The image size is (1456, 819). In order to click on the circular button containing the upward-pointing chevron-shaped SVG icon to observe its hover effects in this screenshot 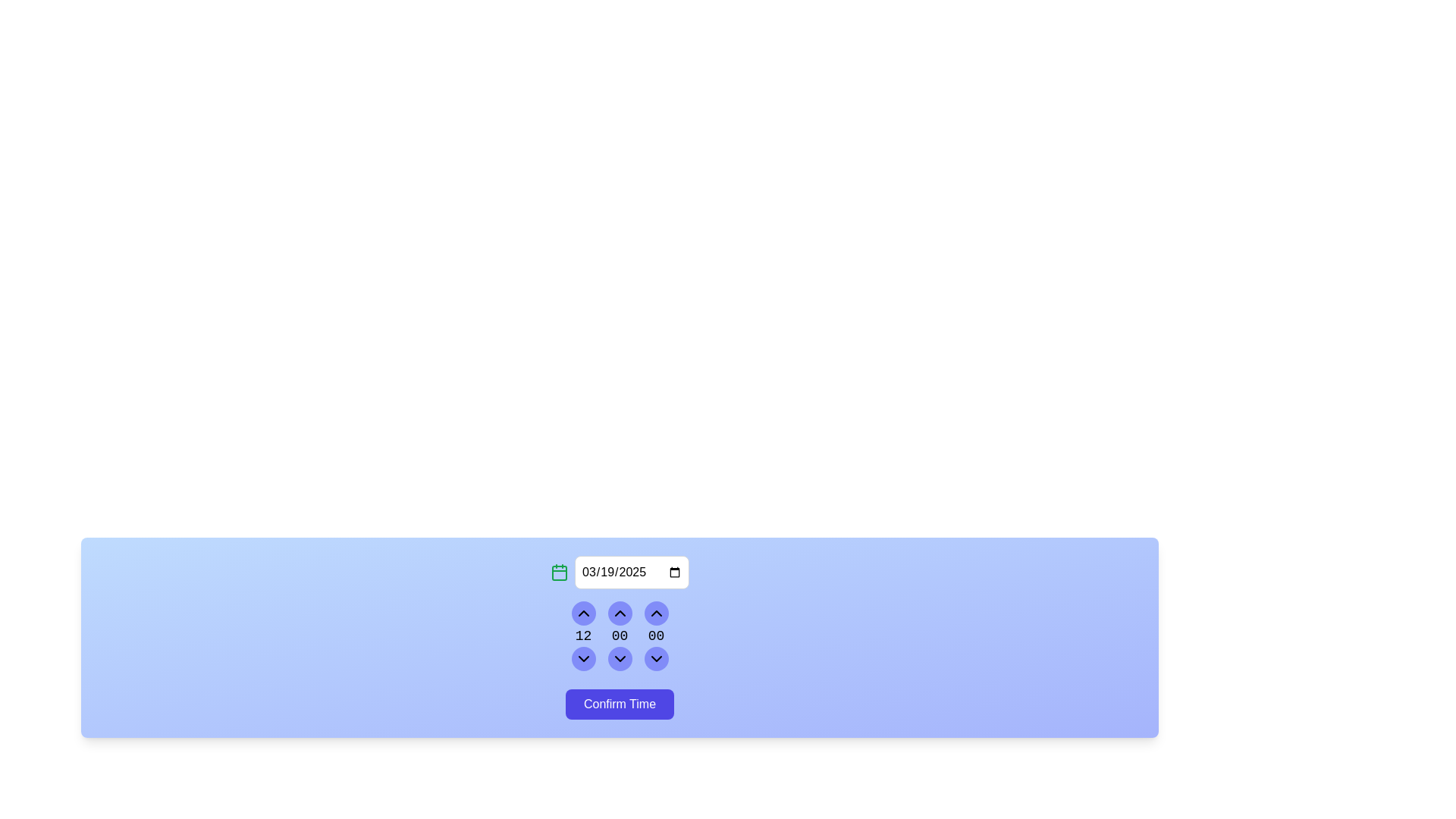, I will do `click(656, 613)`.